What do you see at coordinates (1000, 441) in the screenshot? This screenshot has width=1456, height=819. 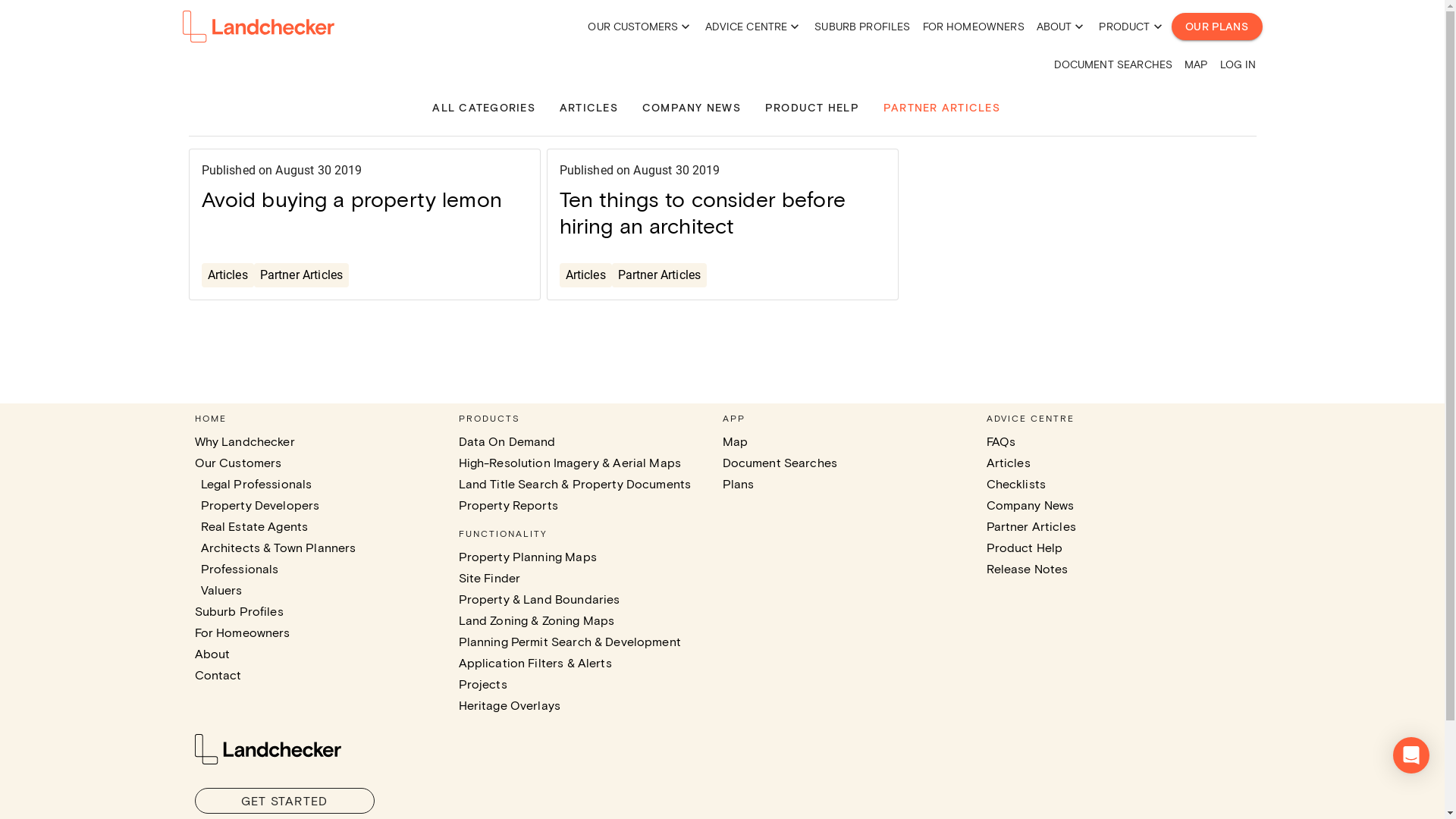 I see `'FAQs'` at bounding box center [1000, 441].